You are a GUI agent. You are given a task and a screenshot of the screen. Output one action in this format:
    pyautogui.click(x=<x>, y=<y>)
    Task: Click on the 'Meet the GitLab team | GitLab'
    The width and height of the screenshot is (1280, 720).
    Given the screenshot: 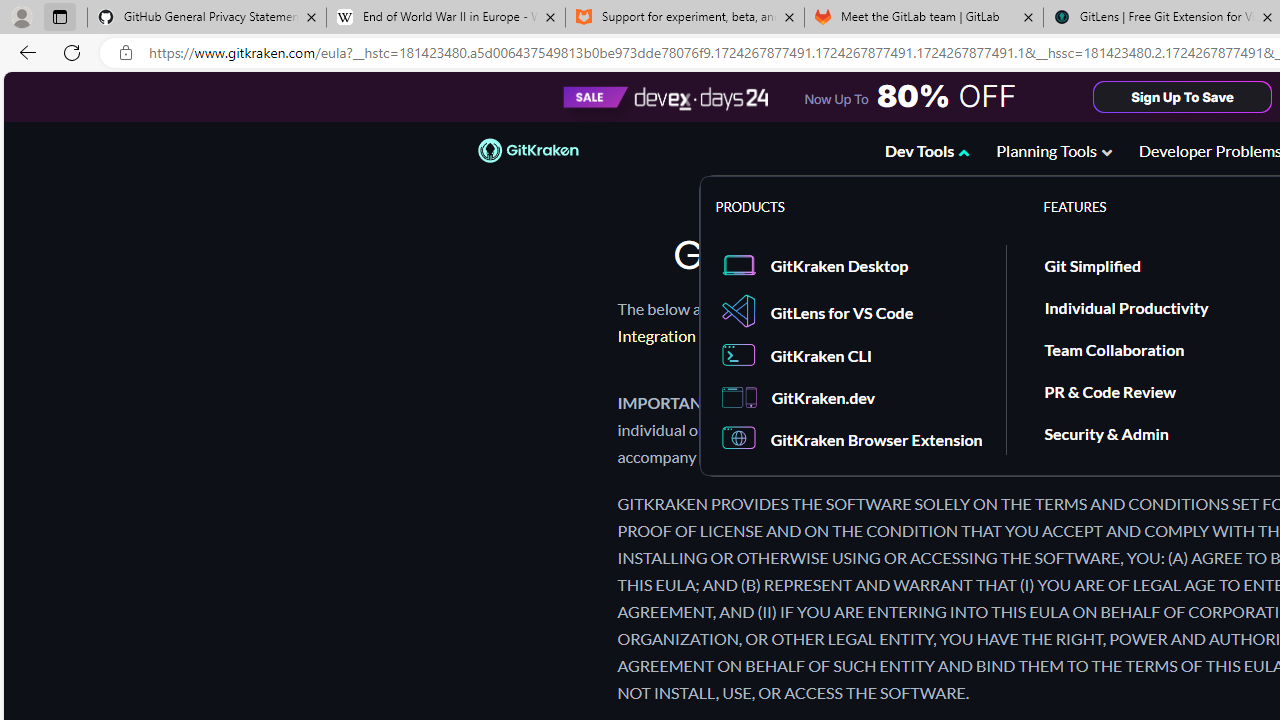 What is the action you would take?
    pyautogui.click(x=923, y=17)
    